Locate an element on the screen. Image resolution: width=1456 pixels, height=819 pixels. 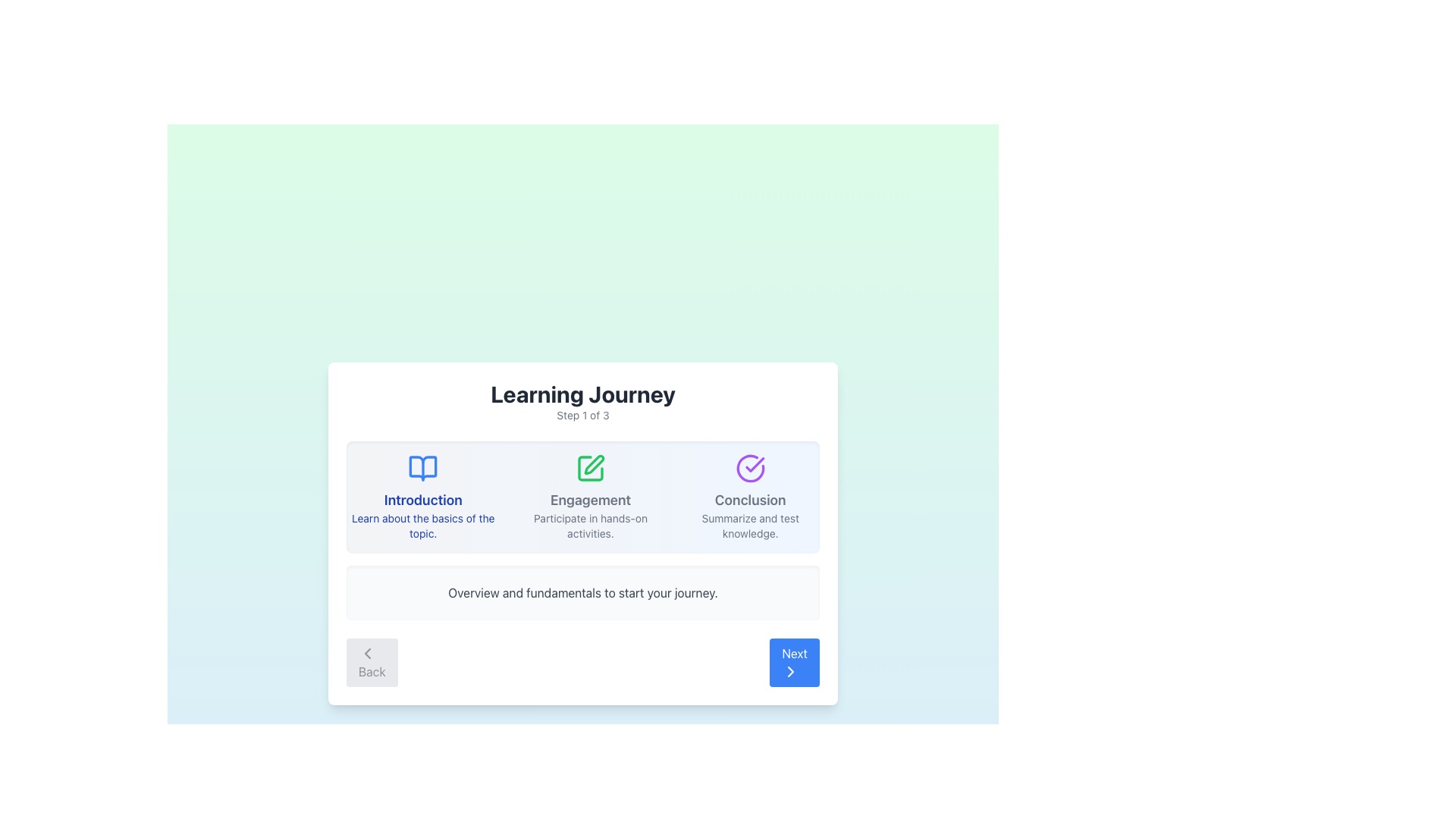
the 'Next' button located at the far-right side of the bottom navigation bar is located at coordinates (794, 662).